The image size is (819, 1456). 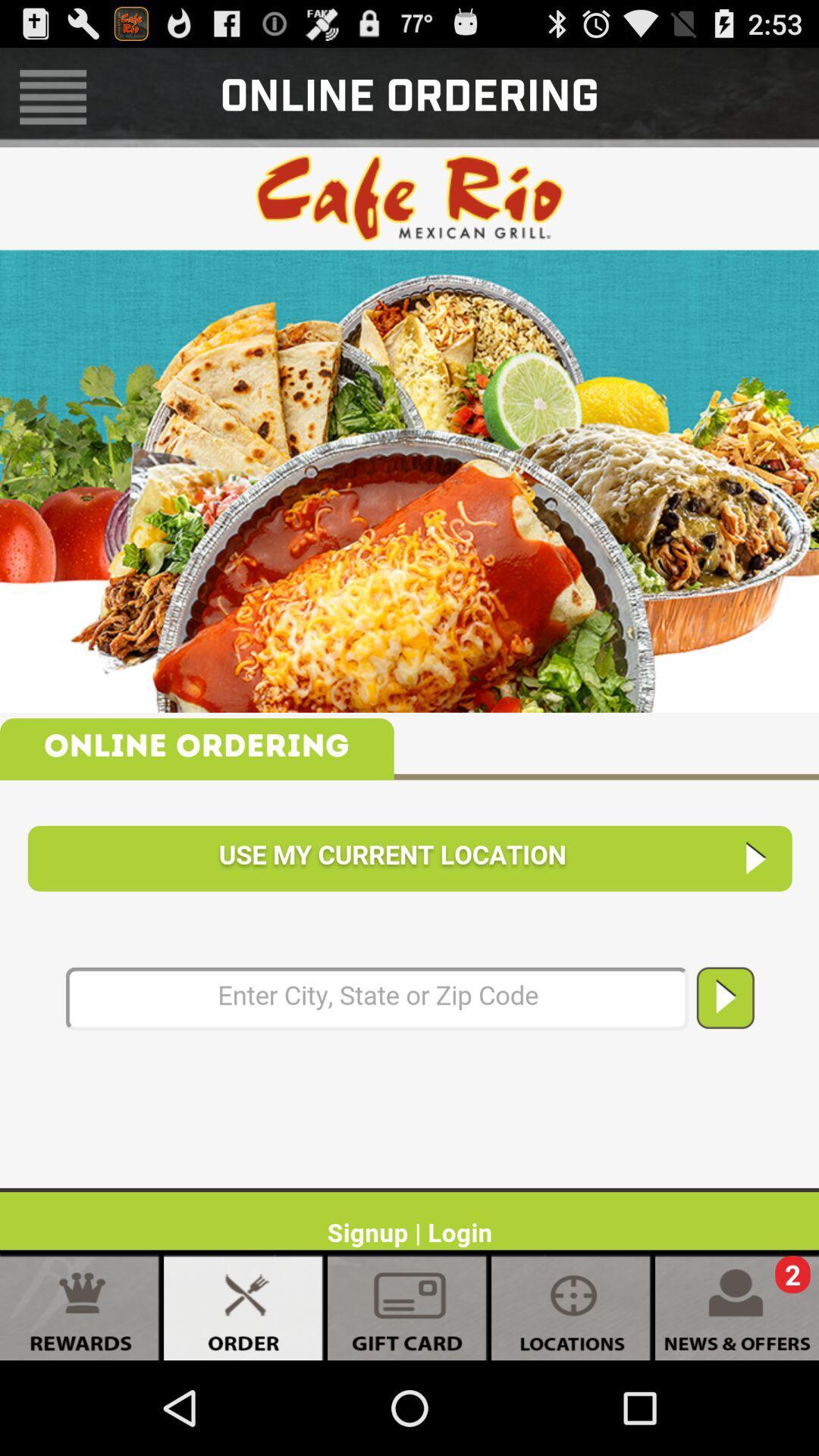 I want to click on the menu icon, so click(x=52, y=103).